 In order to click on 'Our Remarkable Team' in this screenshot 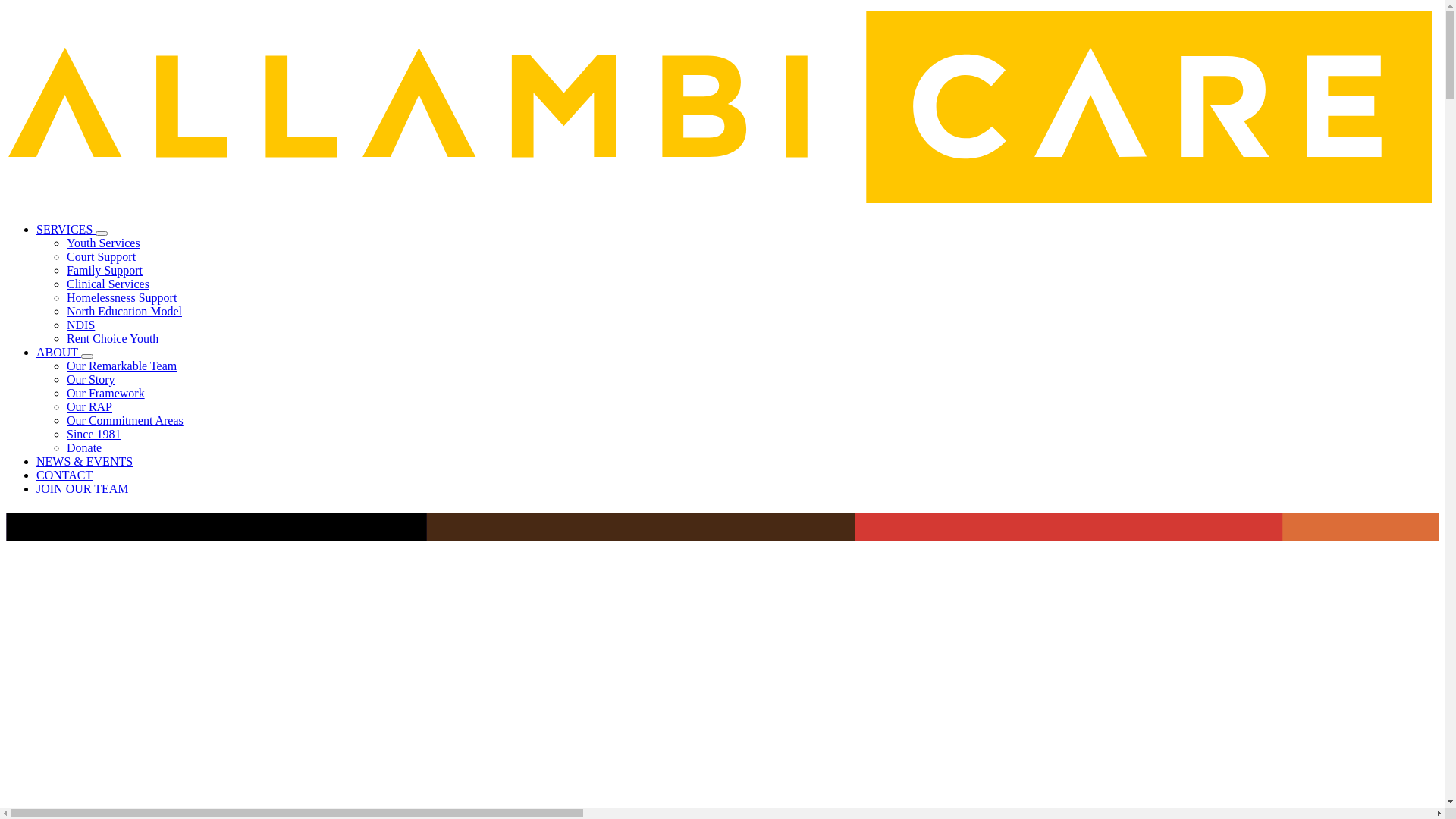, I will do `click(65, 366)`.